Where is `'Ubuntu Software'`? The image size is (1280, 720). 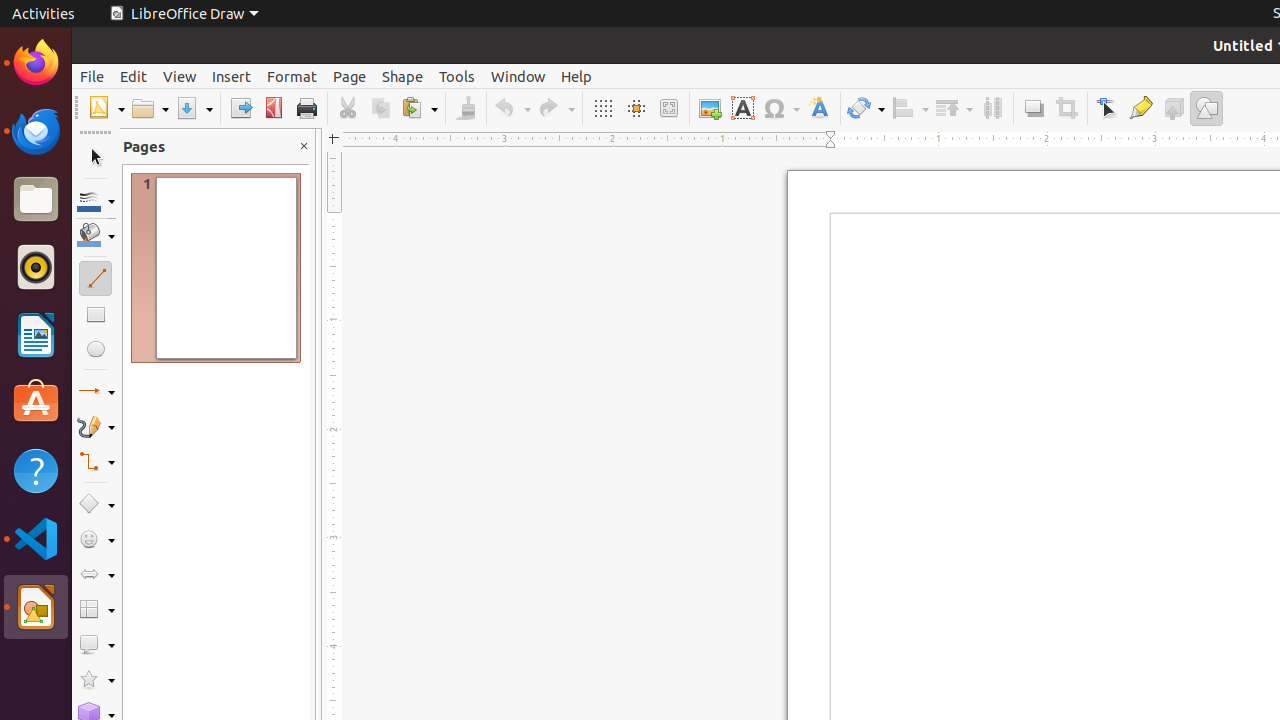 'Ubuntu Software' is located at coordinates (35, 403).